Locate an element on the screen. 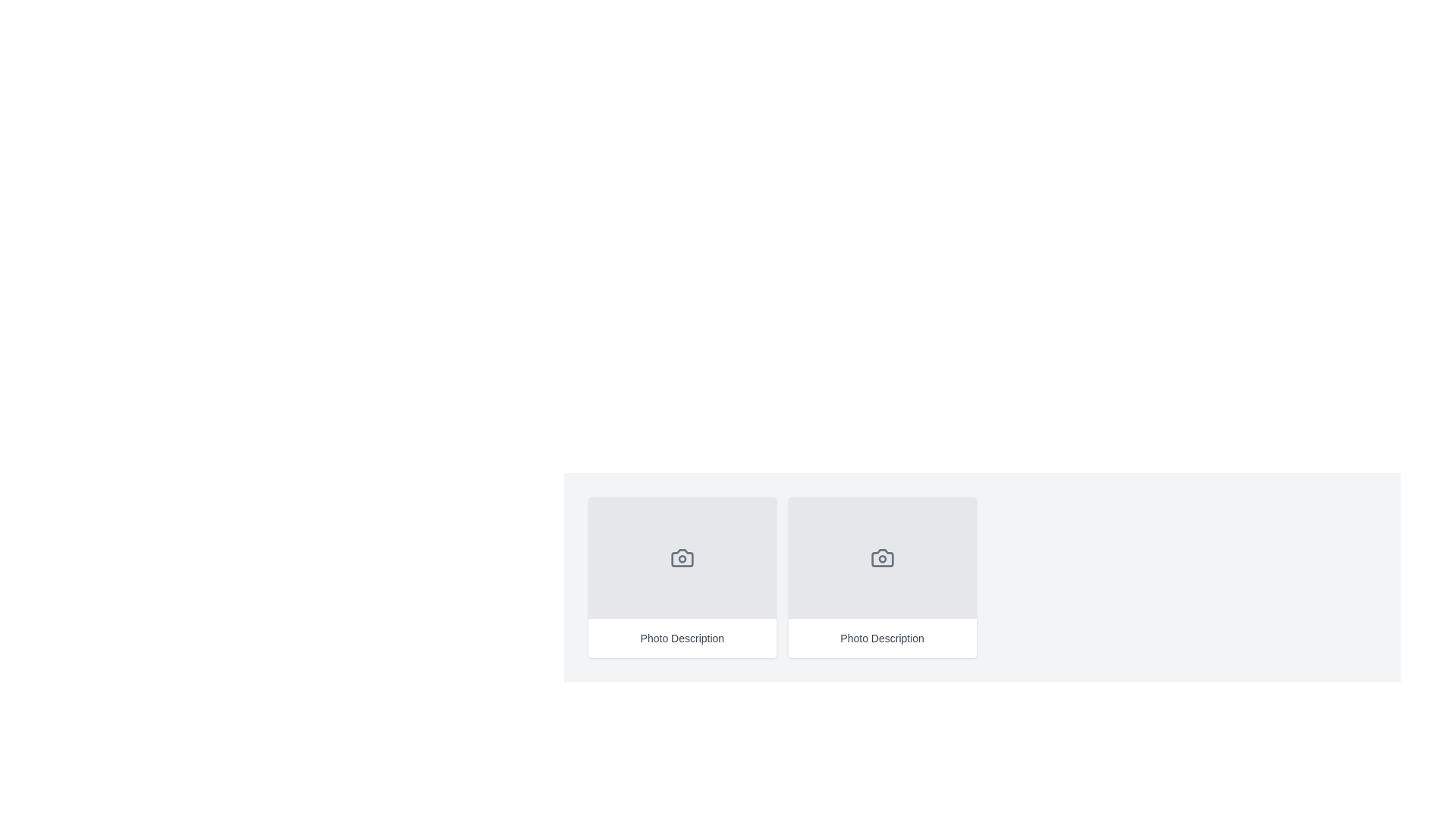  detailed camera icon element, which is a gray outlined graphic resembling a traditional camera, located in the rightmost box of two horizontally aligned boxes is located at coordinates (882, 558).